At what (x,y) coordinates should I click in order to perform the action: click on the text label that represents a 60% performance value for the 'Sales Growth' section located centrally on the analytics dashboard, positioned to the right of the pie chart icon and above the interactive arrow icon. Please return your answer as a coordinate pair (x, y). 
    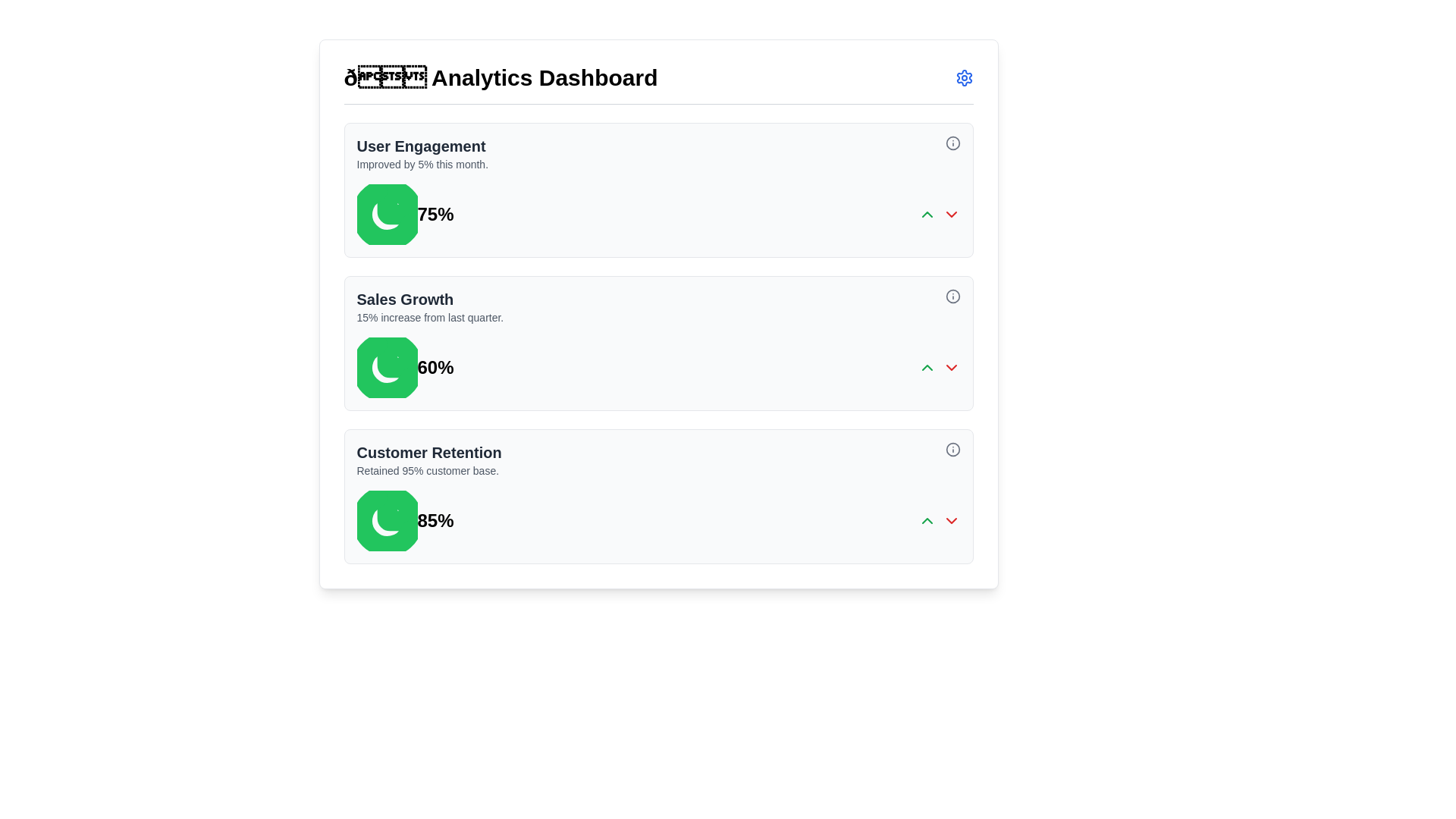
    Looking at the image, I should click on (435, 368).